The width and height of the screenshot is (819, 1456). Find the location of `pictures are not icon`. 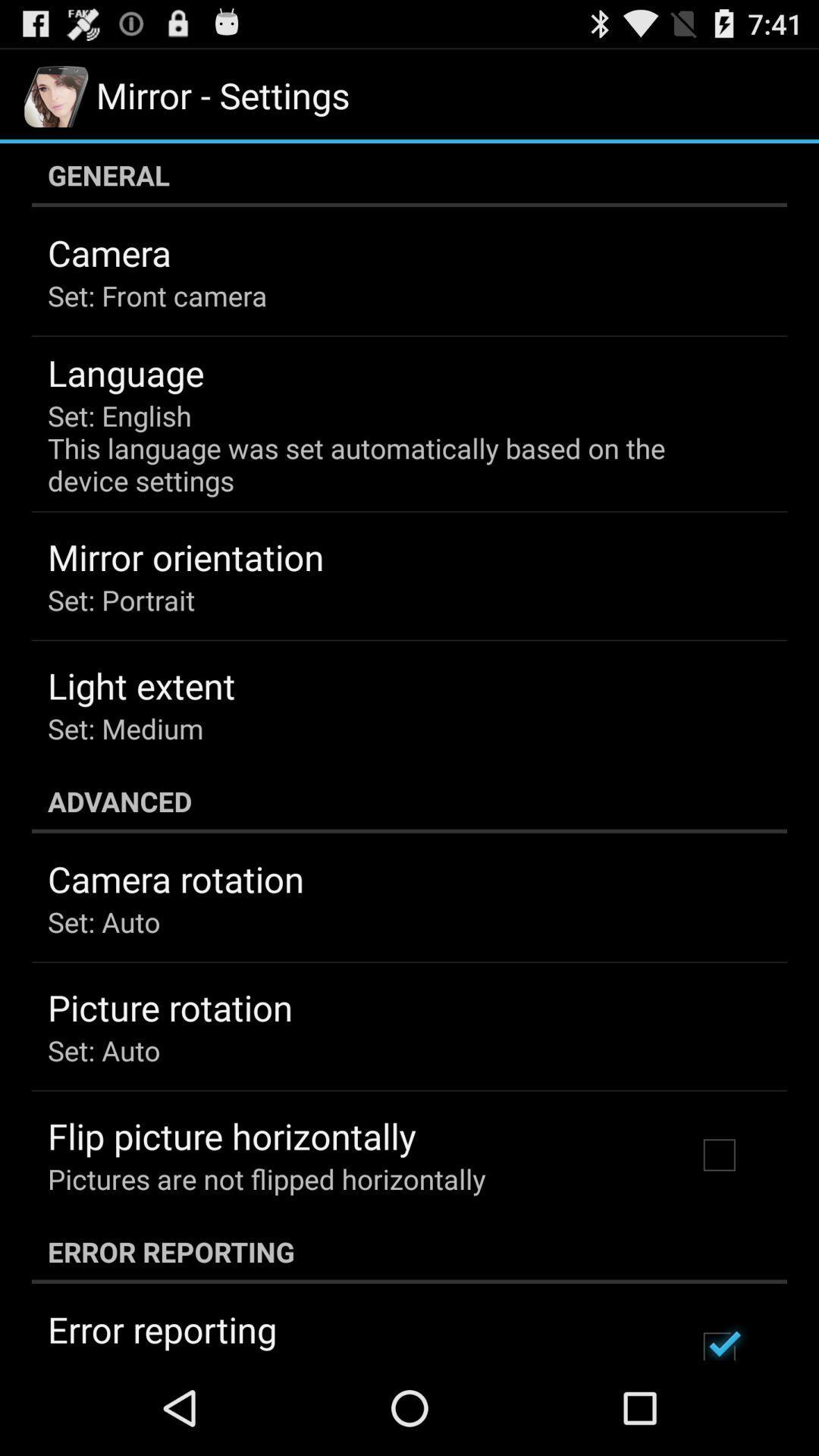

pictures are not icon is located at coordinates (265, 1178).